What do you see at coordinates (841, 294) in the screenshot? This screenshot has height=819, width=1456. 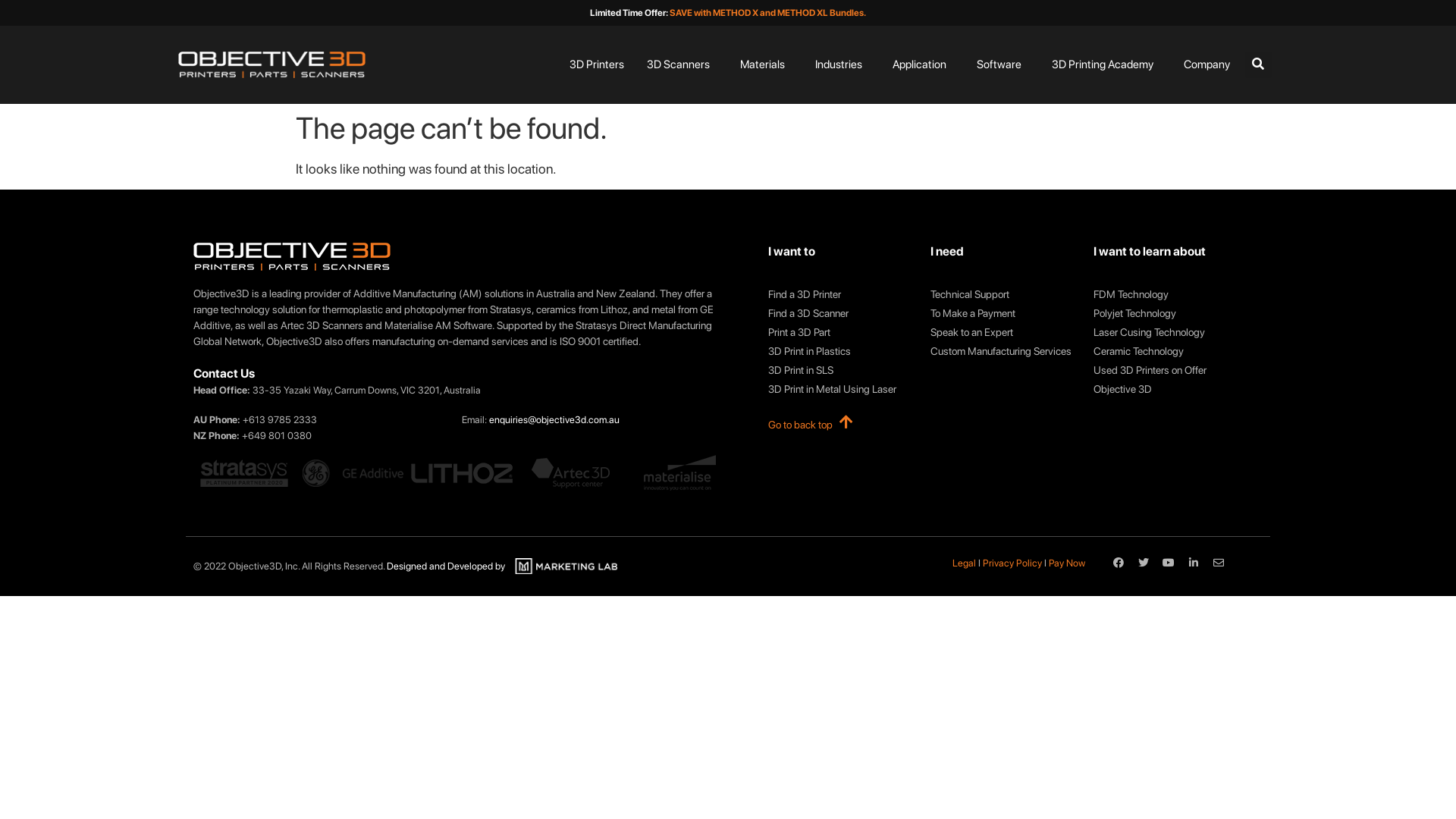 I see `'Find a 3D Printer'` at bounding box center [841, 294].